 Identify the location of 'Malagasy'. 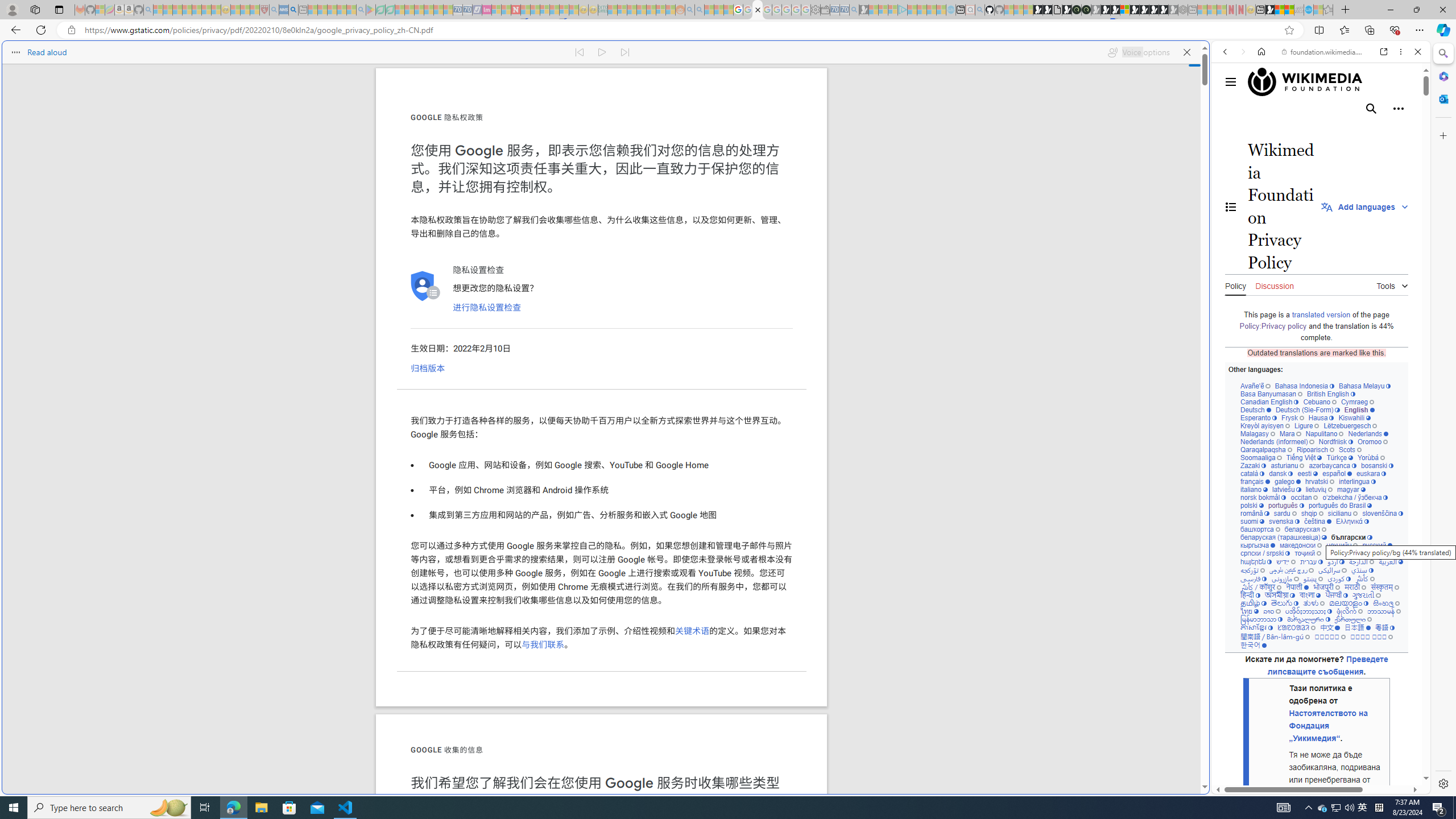
(1257, 433).